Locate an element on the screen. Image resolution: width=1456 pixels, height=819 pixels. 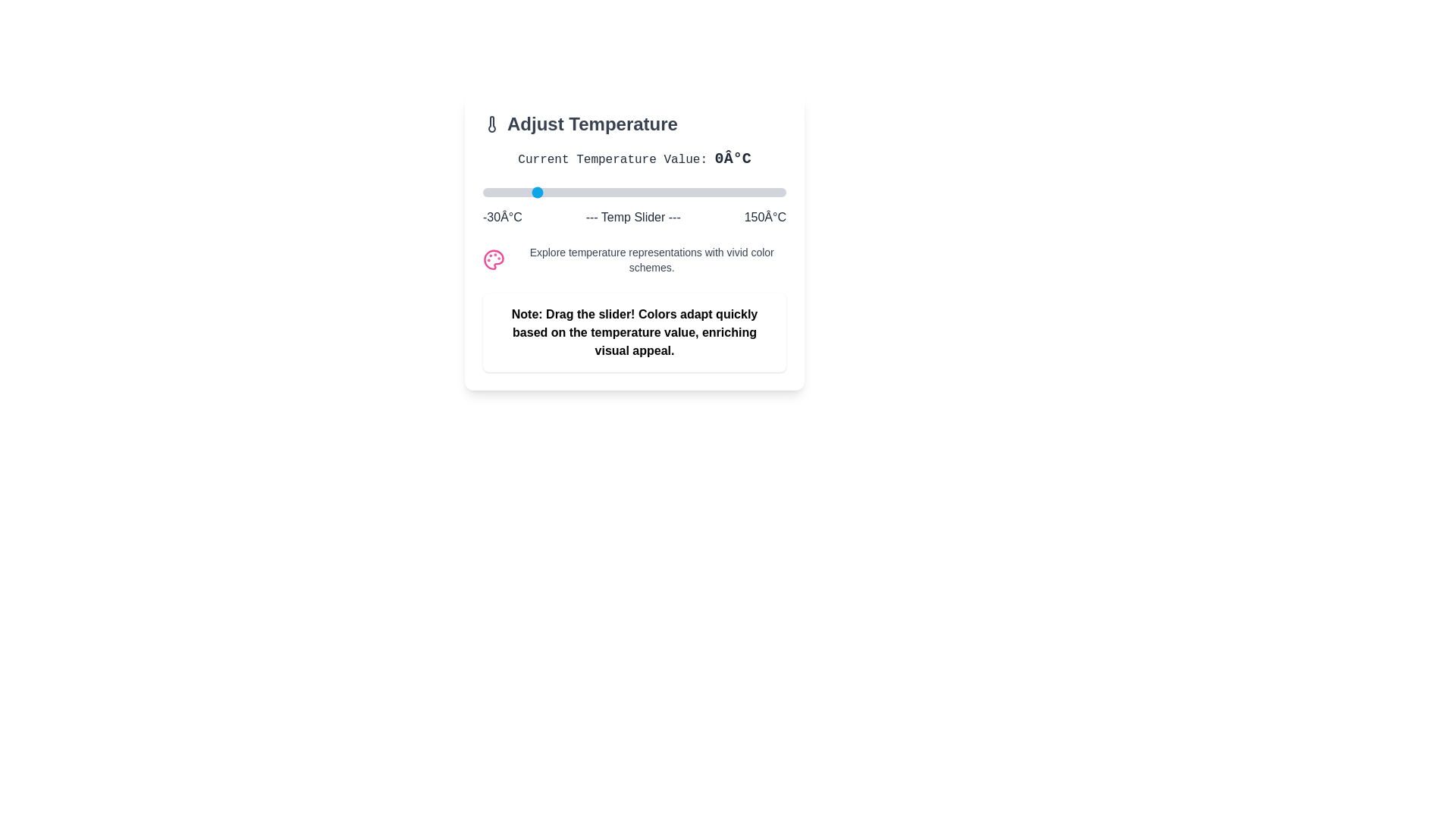
the temperature slider to set the temperature to 0°C is located at coordinates (533, 192).